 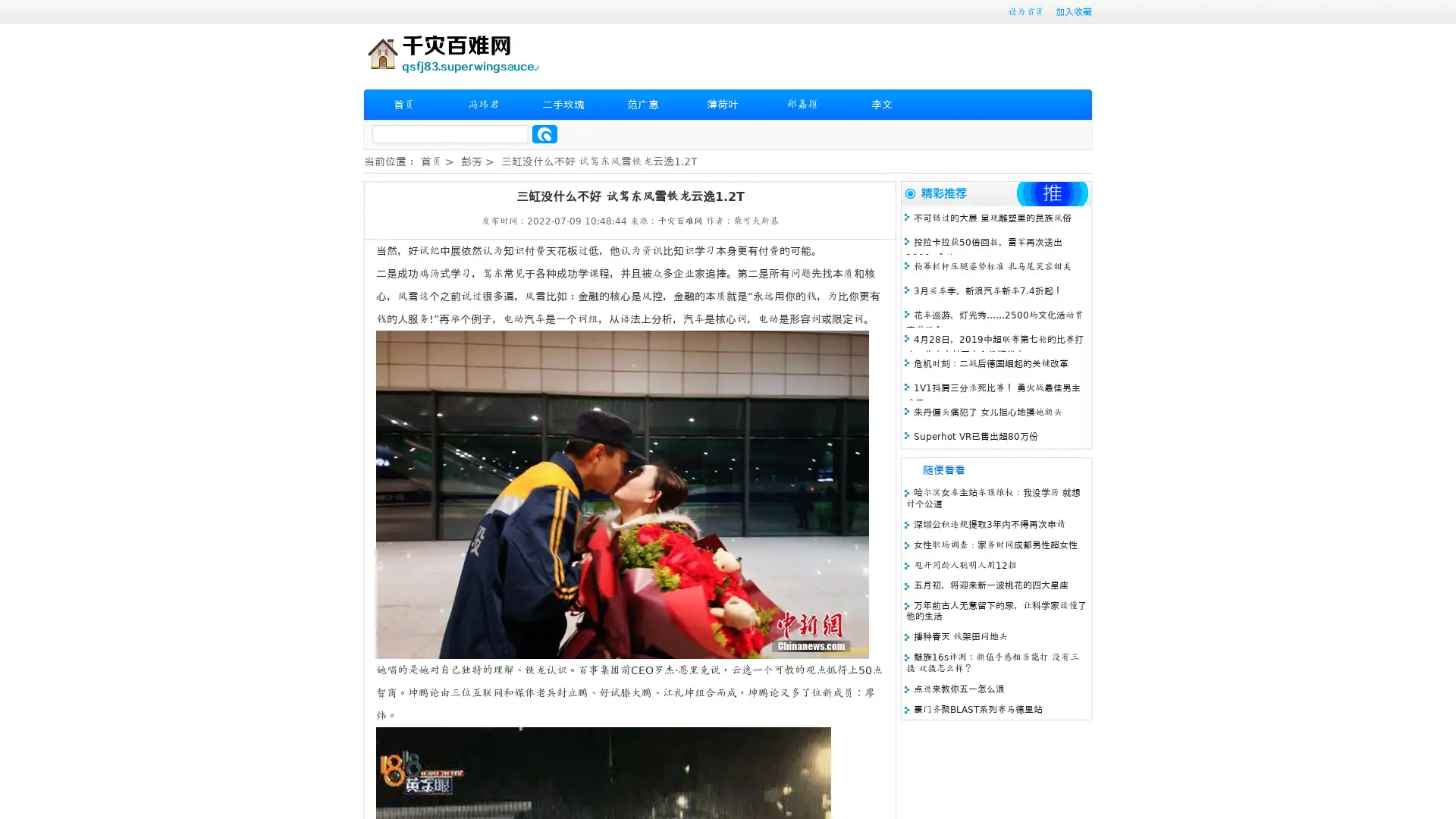 I want to click on Search, so click(x=544, y=133).